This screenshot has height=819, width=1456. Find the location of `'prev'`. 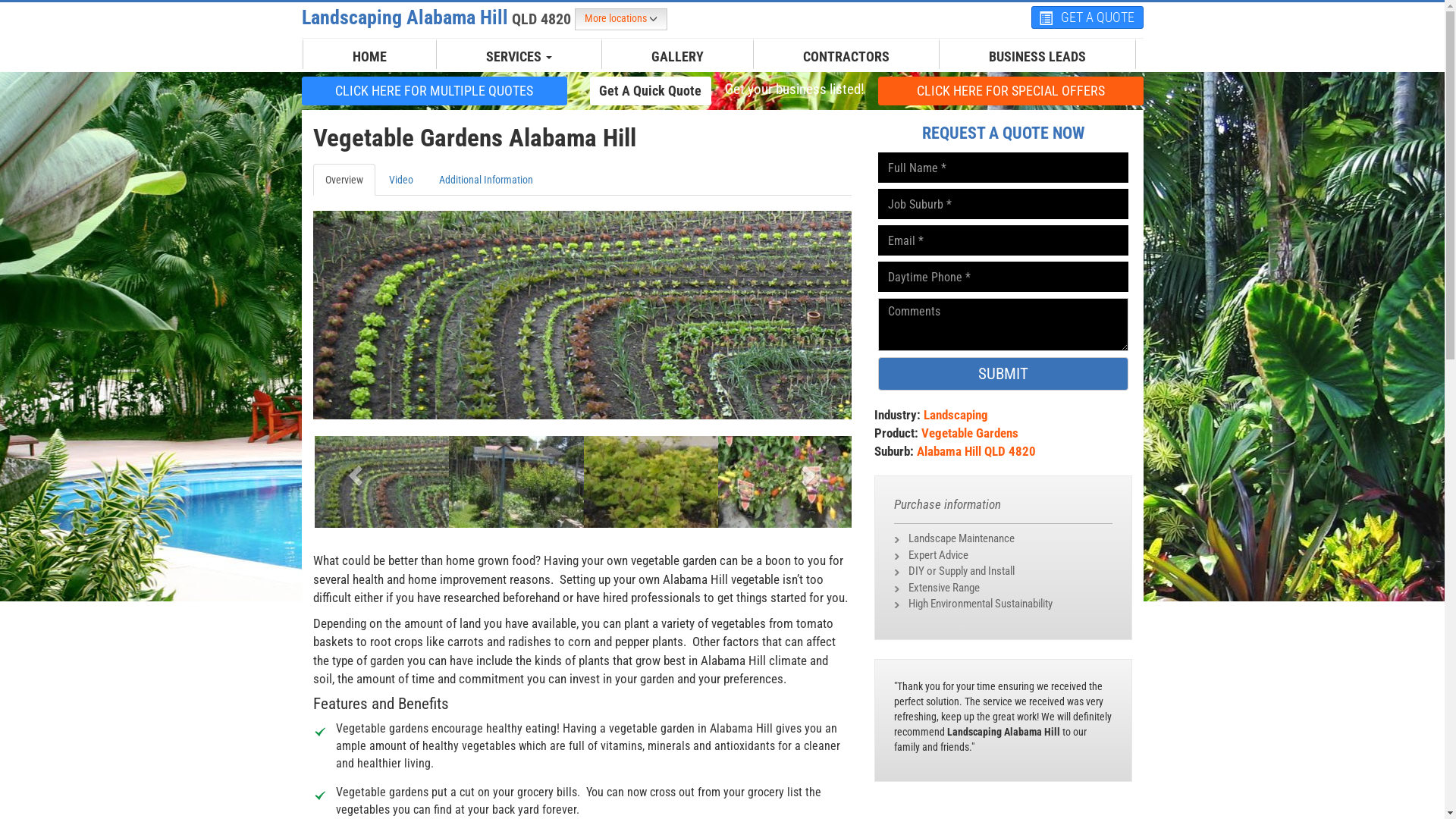

'prev' is located at coordinates (352, 469).